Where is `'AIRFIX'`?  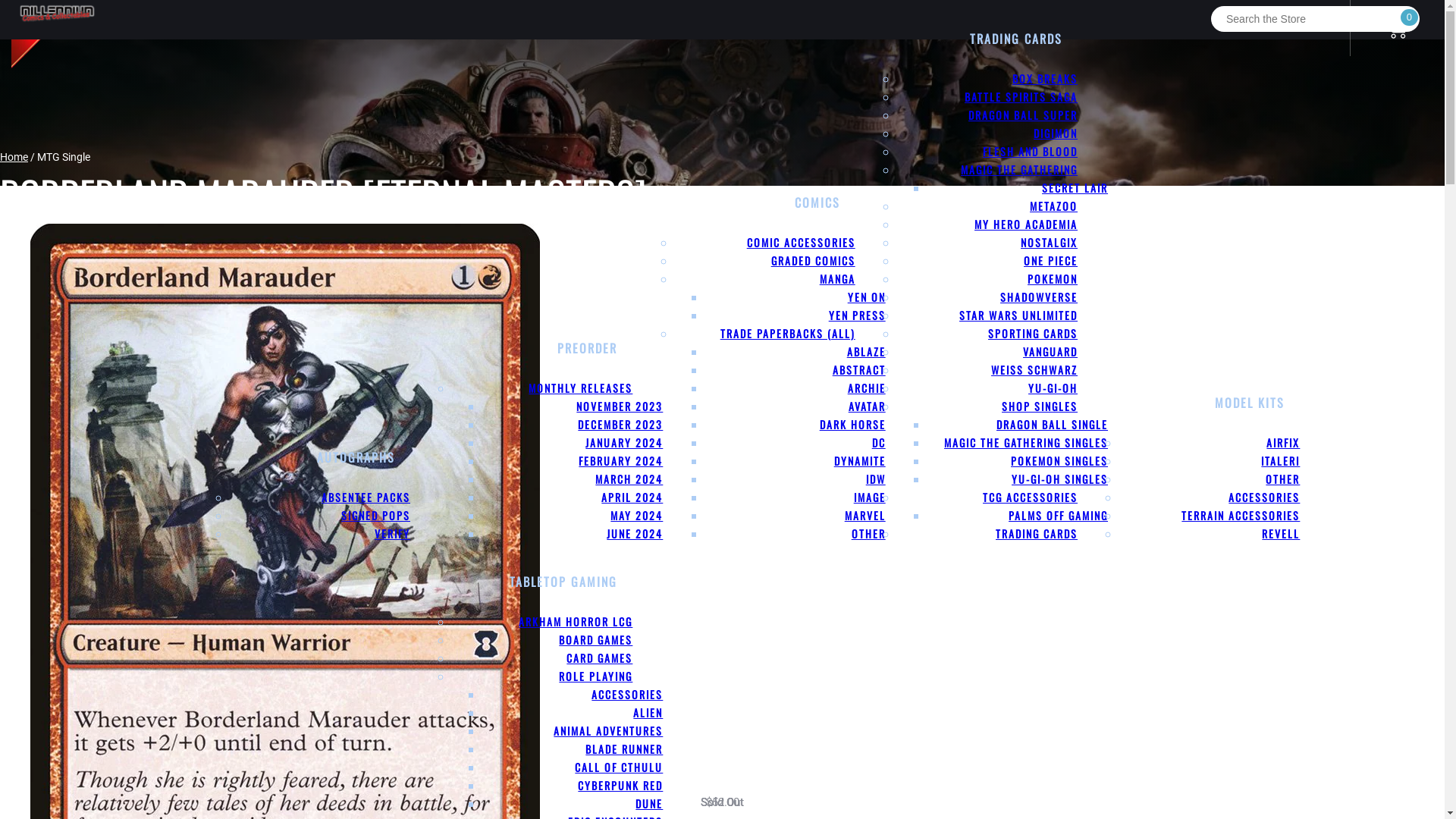 'AIRFIX' is located at coordinates (1282, 442).